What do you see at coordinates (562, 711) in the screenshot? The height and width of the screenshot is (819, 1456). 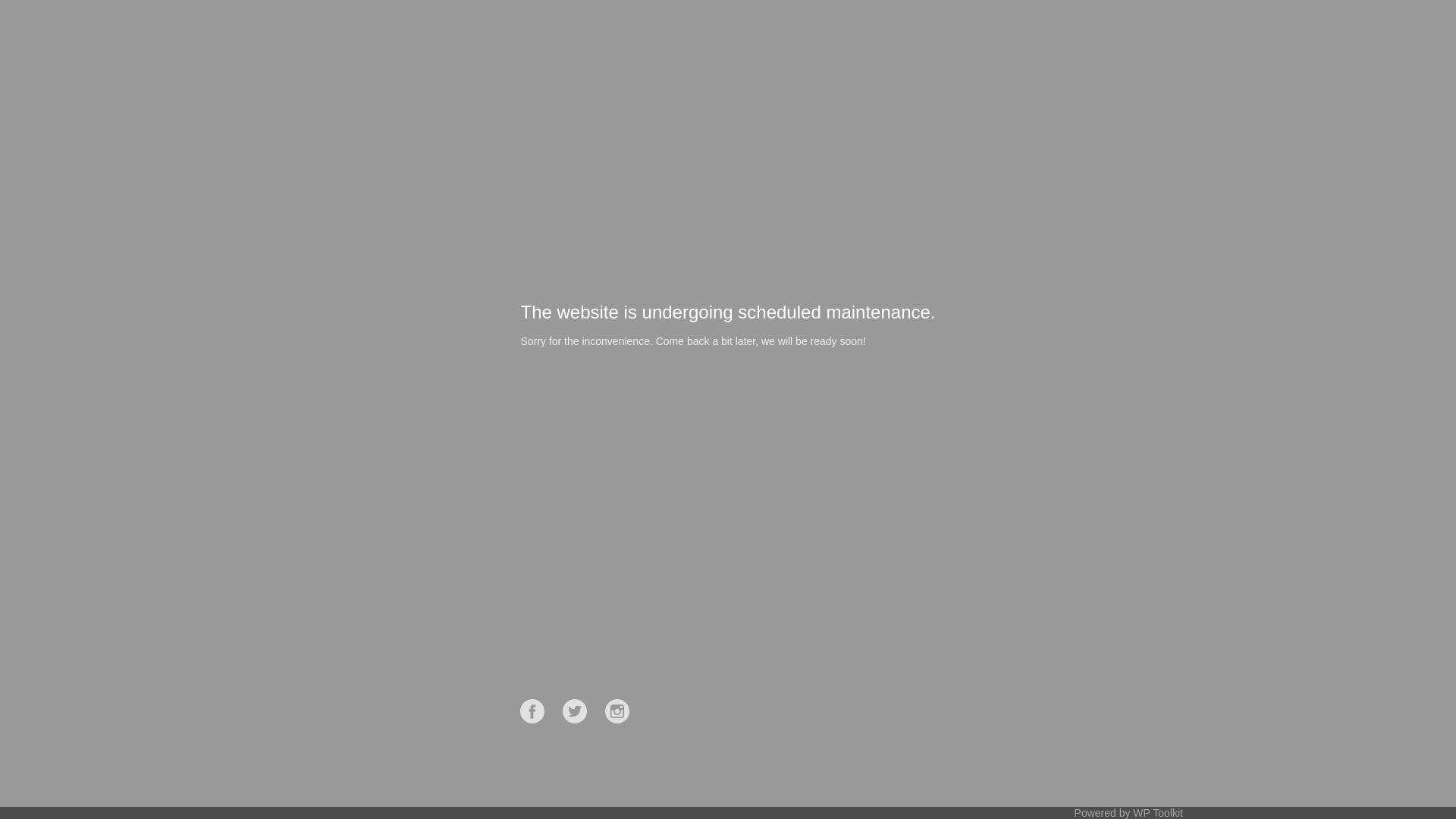 I see `'Twitter'` at bounding box center [562, 711].